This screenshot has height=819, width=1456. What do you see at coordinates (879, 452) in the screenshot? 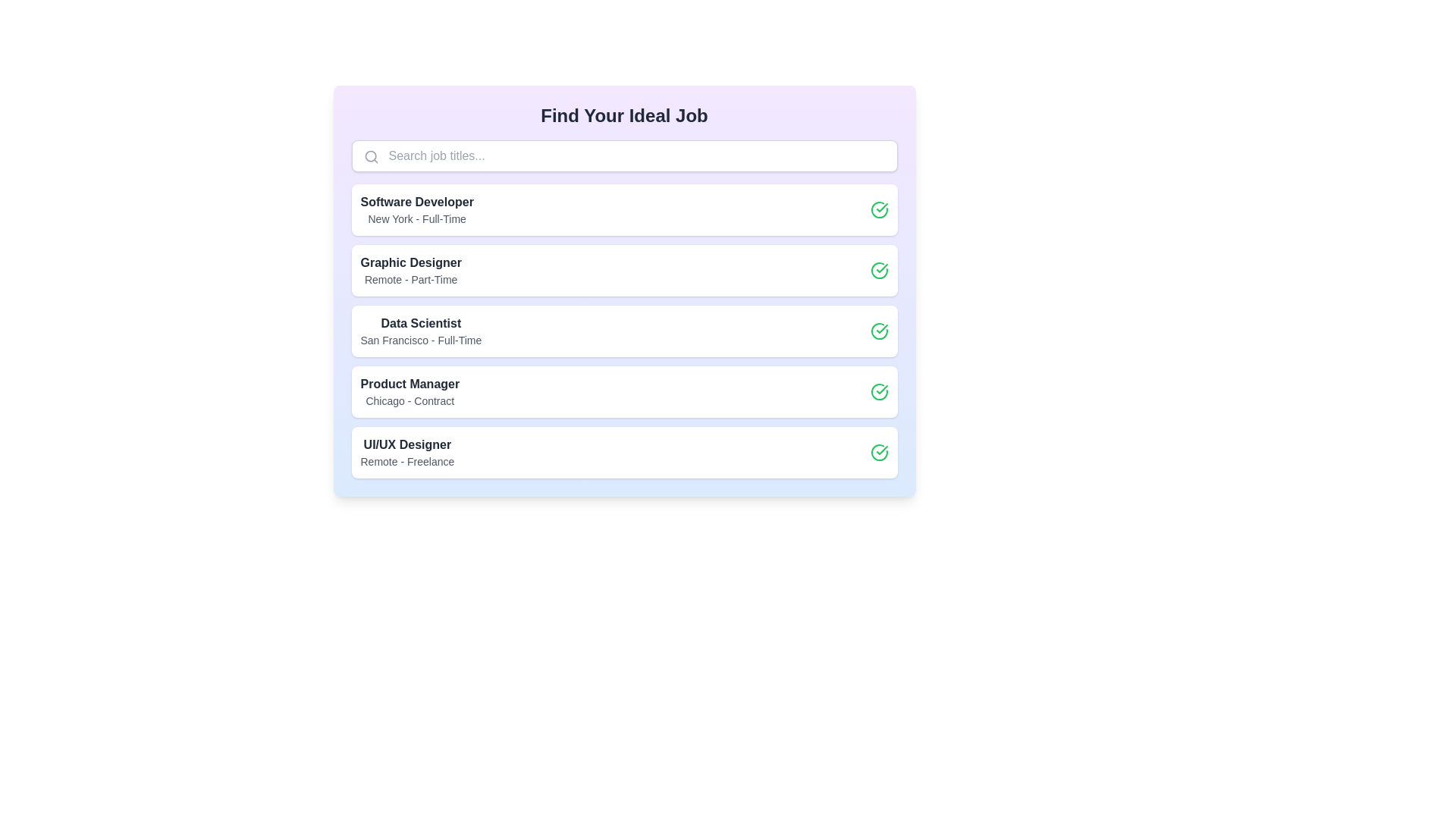
I see `the approval icon indicating the selection of the 'UI/UX Designer' job option, located to the right of the text 'UI/UX Designer' and 'Remote - Freelance'` at bounding box center [879, 452].